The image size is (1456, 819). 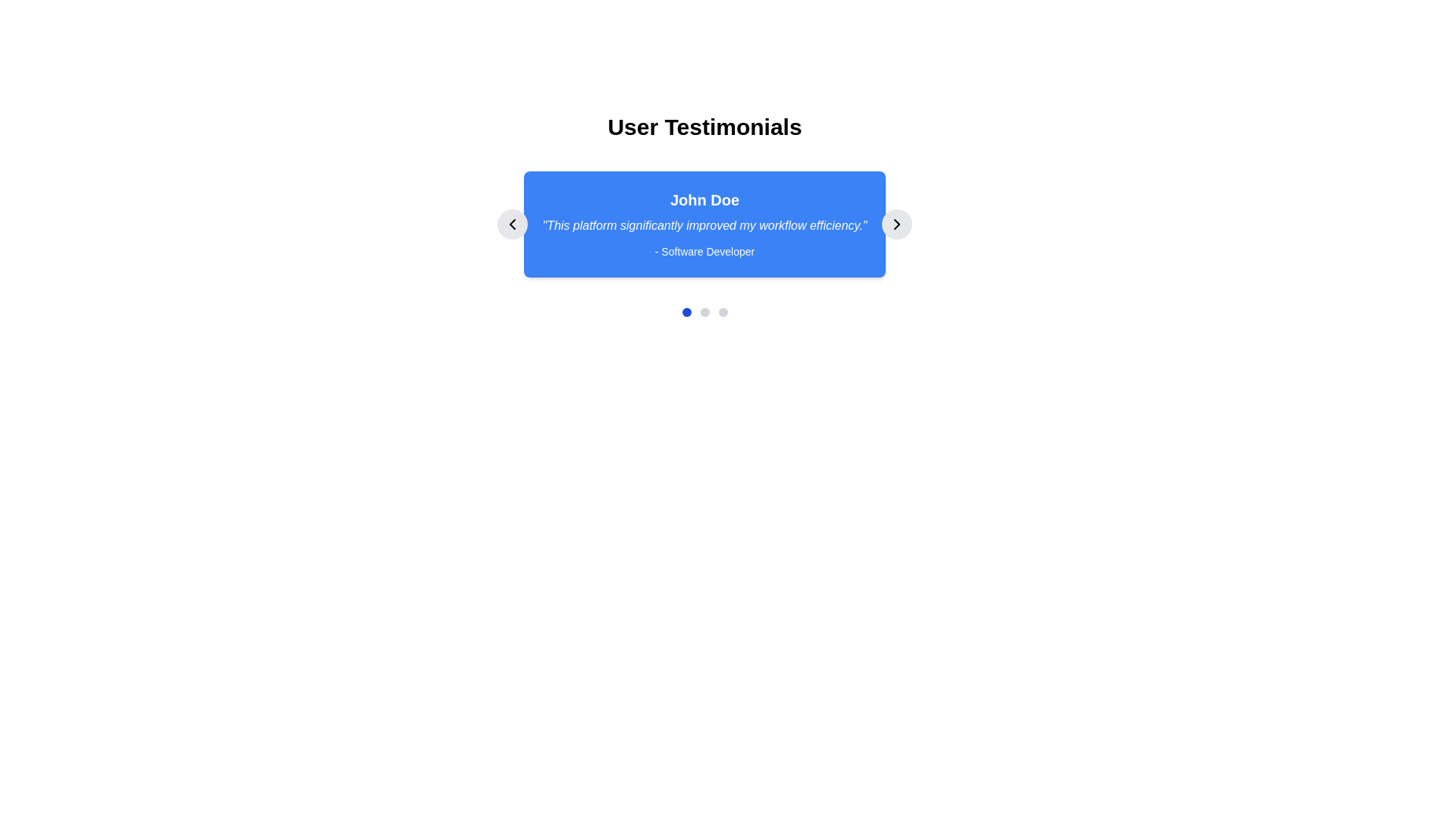 What do you see at coordinates (896, 224) in the screenshot?
I see `the right-facing chevron arrow button within the circular button on the right side of the testimonial card` at bounding box center [896, 224].